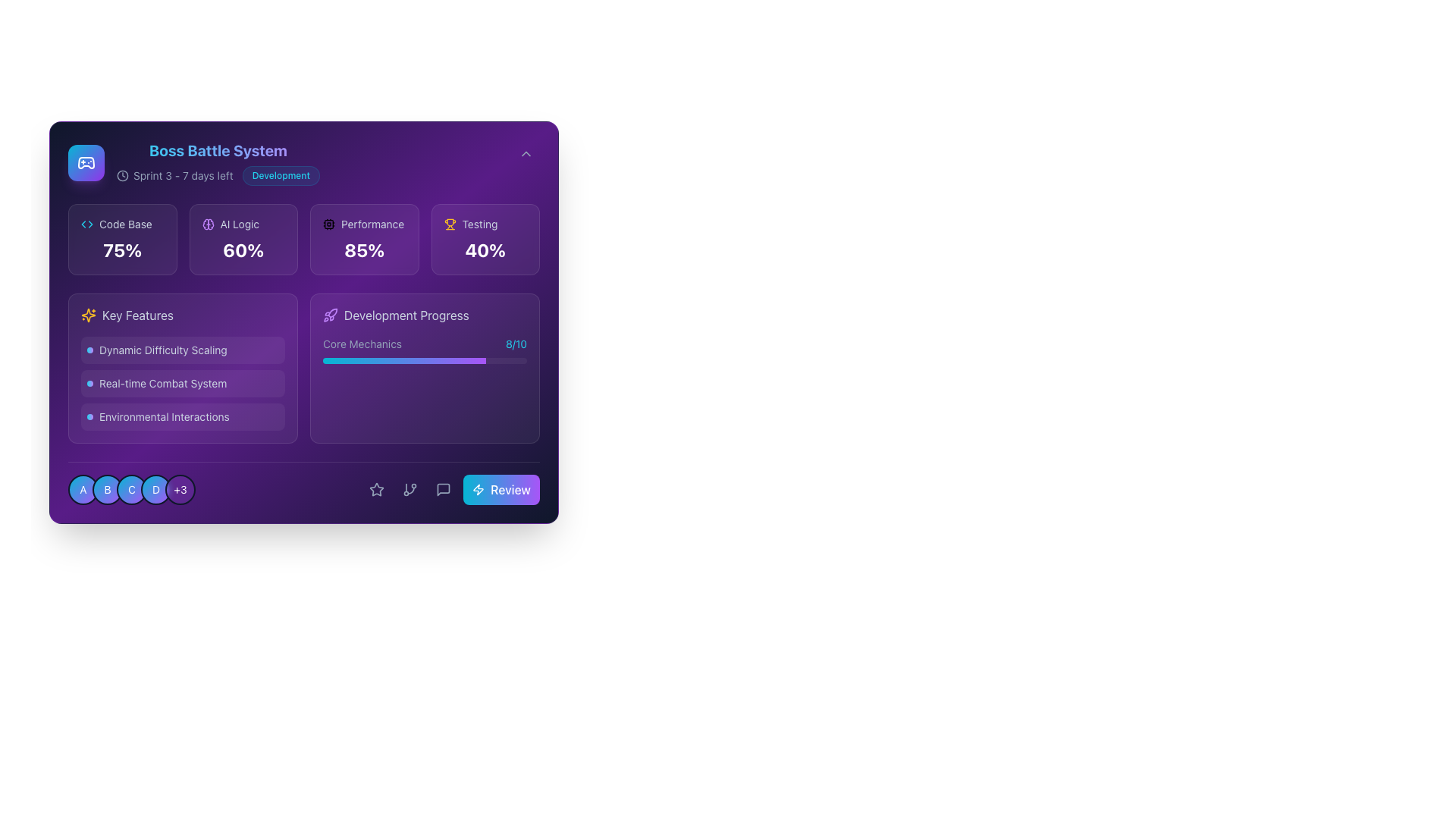  I want to click on the small square speech bubble icon located in the bottom section of the interface, so click(443, 489).